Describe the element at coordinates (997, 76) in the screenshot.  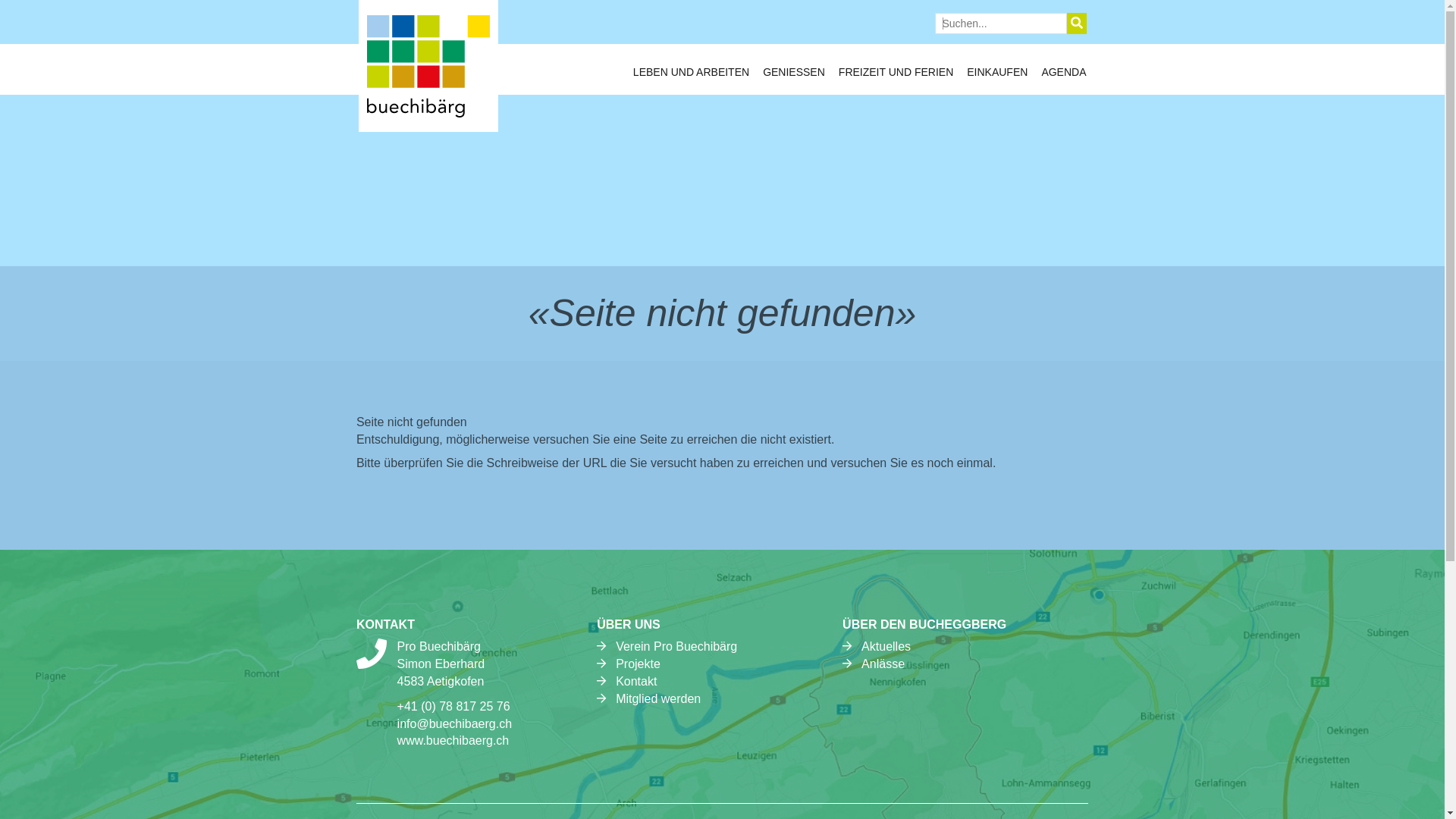
I see `'EINKAUFEN'` at that location.